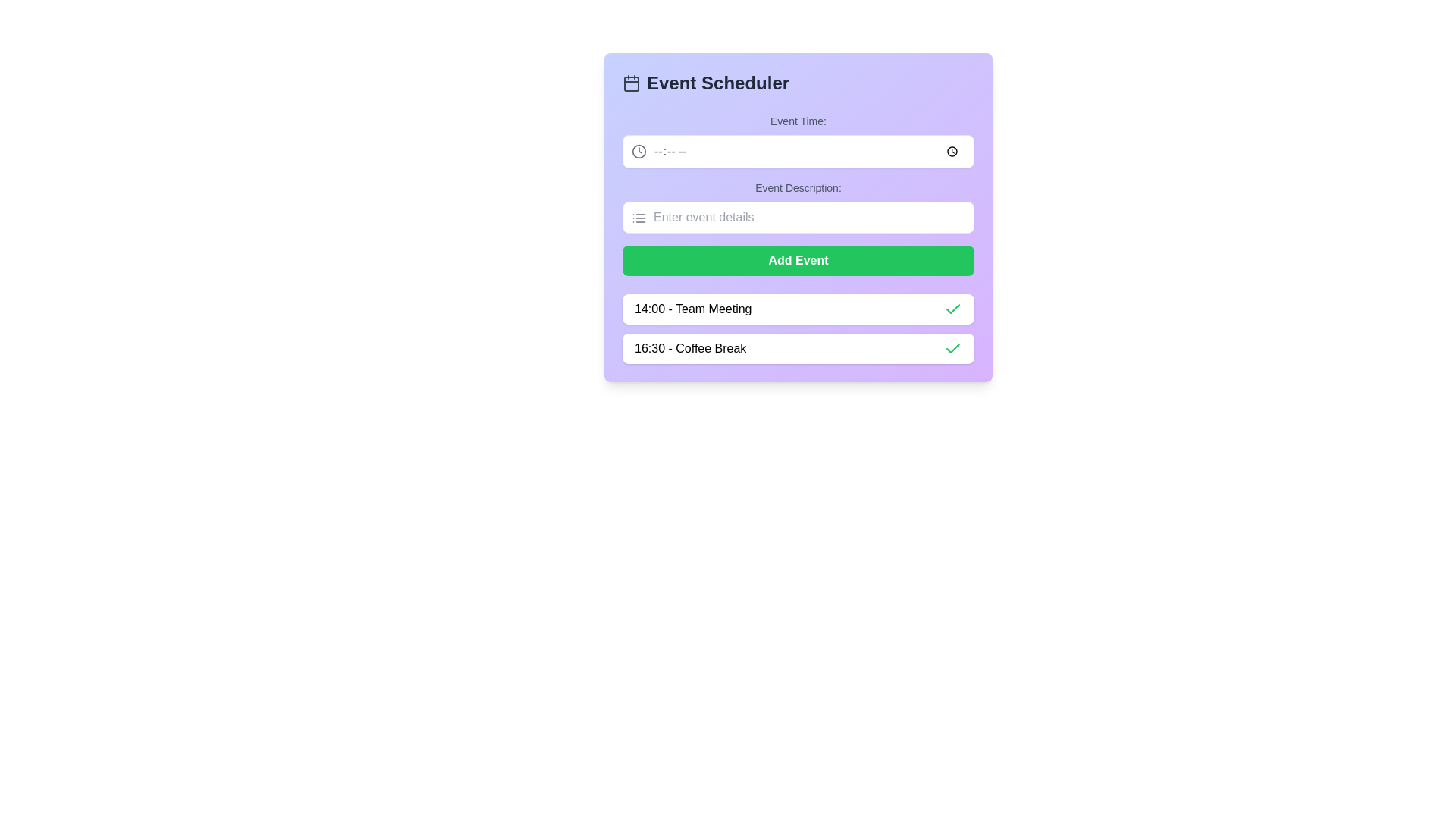 This screenshot has height=819, width=1456. I want to click on the second input field in the 'Event Scheduler' card to focus on the text box for user input, so click(797, 207).